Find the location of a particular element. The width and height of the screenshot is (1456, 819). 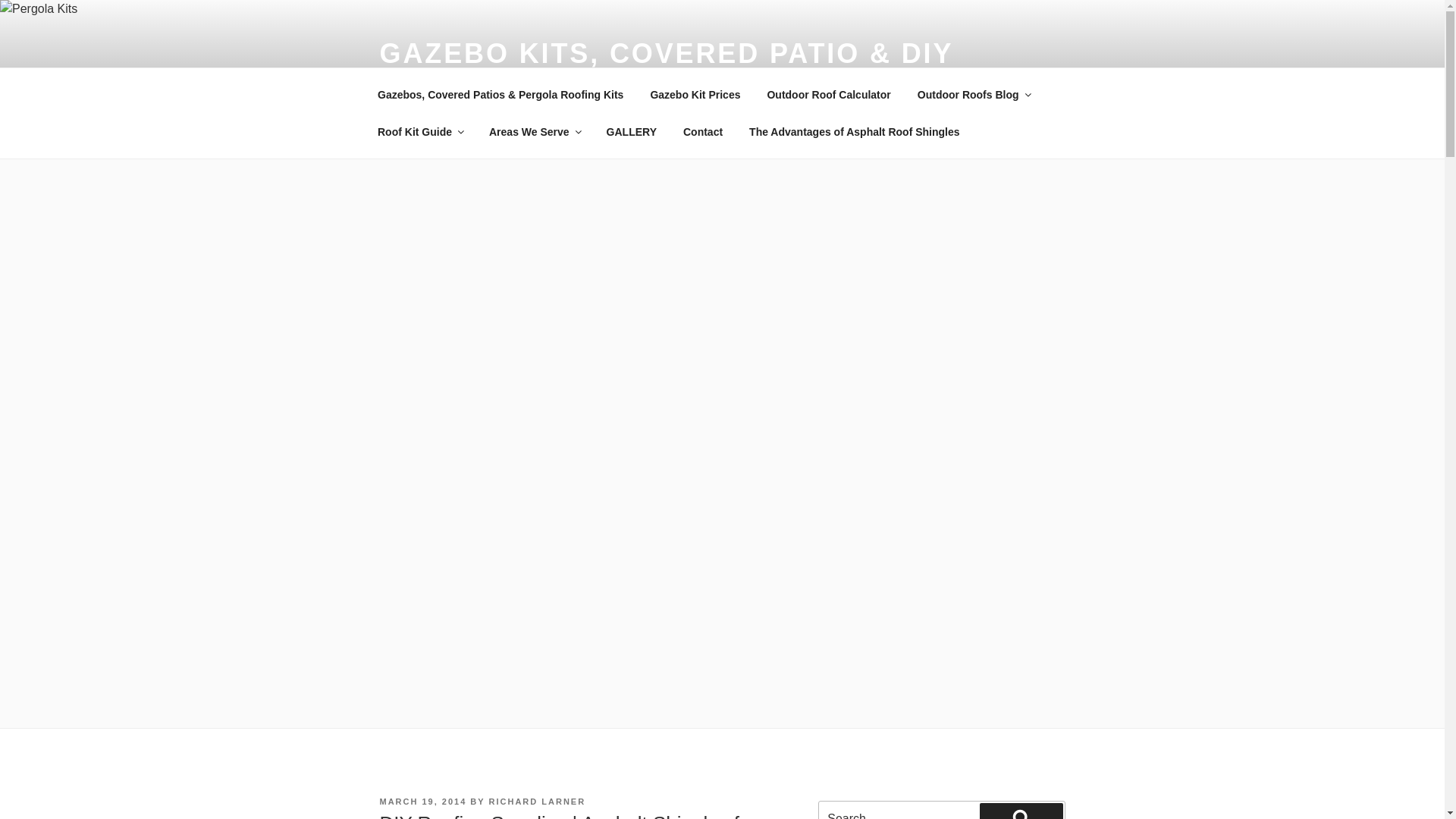

'RICHARD LARNER' is located at coordinates (538, 800).